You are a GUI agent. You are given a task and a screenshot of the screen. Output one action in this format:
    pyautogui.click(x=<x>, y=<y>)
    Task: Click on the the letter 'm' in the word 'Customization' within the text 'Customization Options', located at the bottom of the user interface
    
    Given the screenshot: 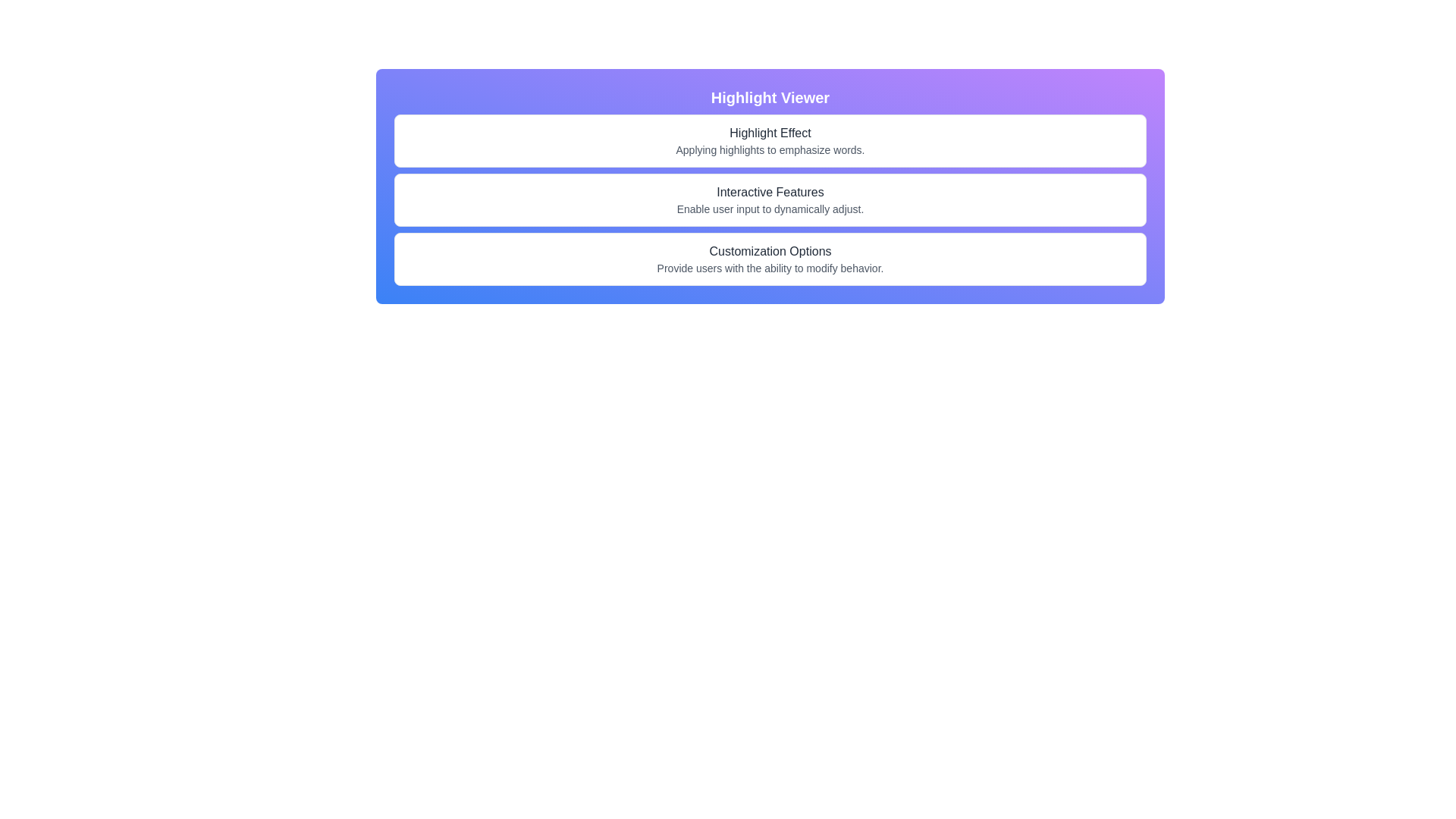 What is the action you would take?
    pyautogui.click(x=745, y=250)
    